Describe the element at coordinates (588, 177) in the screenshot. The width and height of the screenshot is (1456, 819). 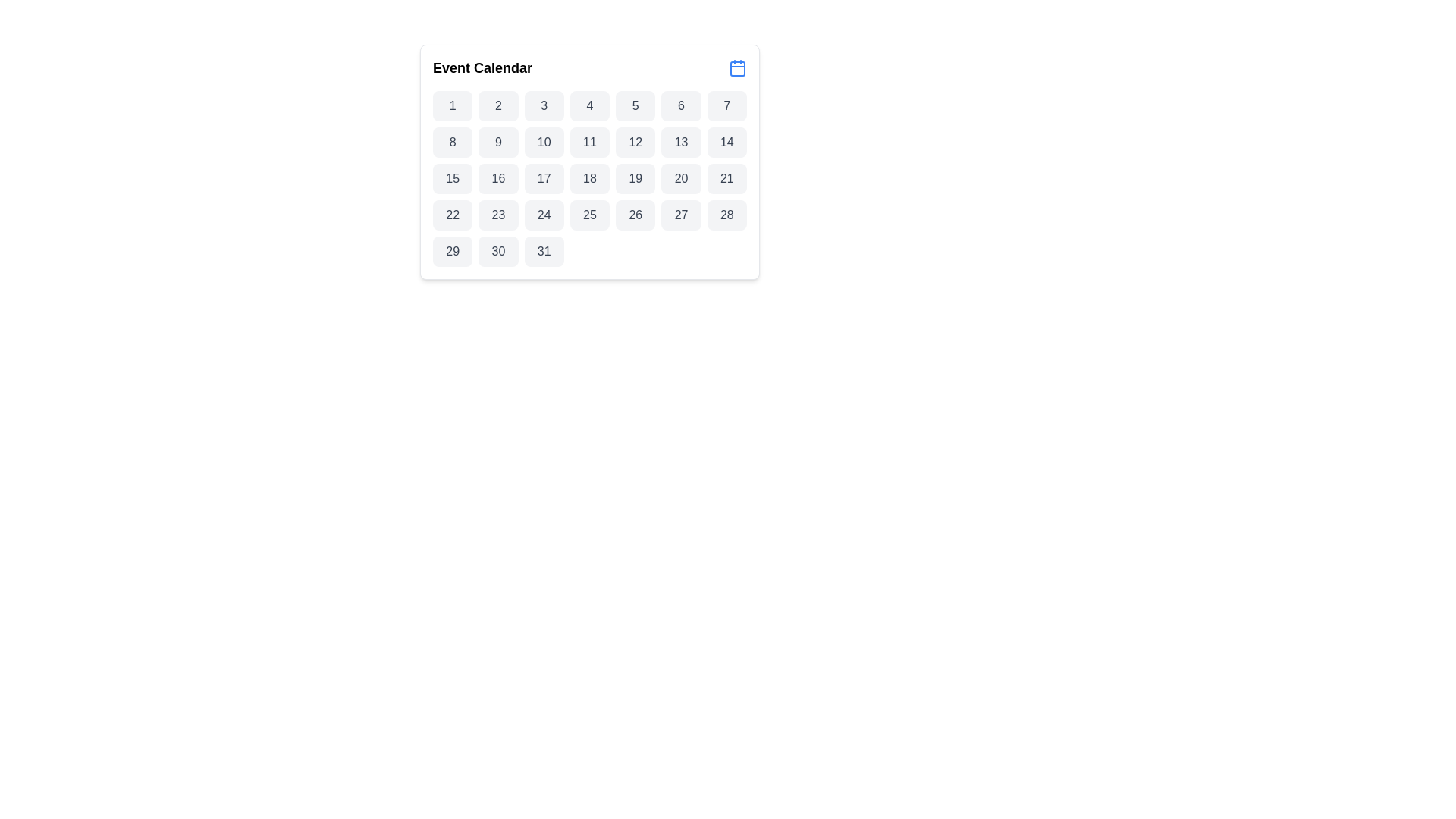
I see `the button representing the date '18' in the calendar` at that location.